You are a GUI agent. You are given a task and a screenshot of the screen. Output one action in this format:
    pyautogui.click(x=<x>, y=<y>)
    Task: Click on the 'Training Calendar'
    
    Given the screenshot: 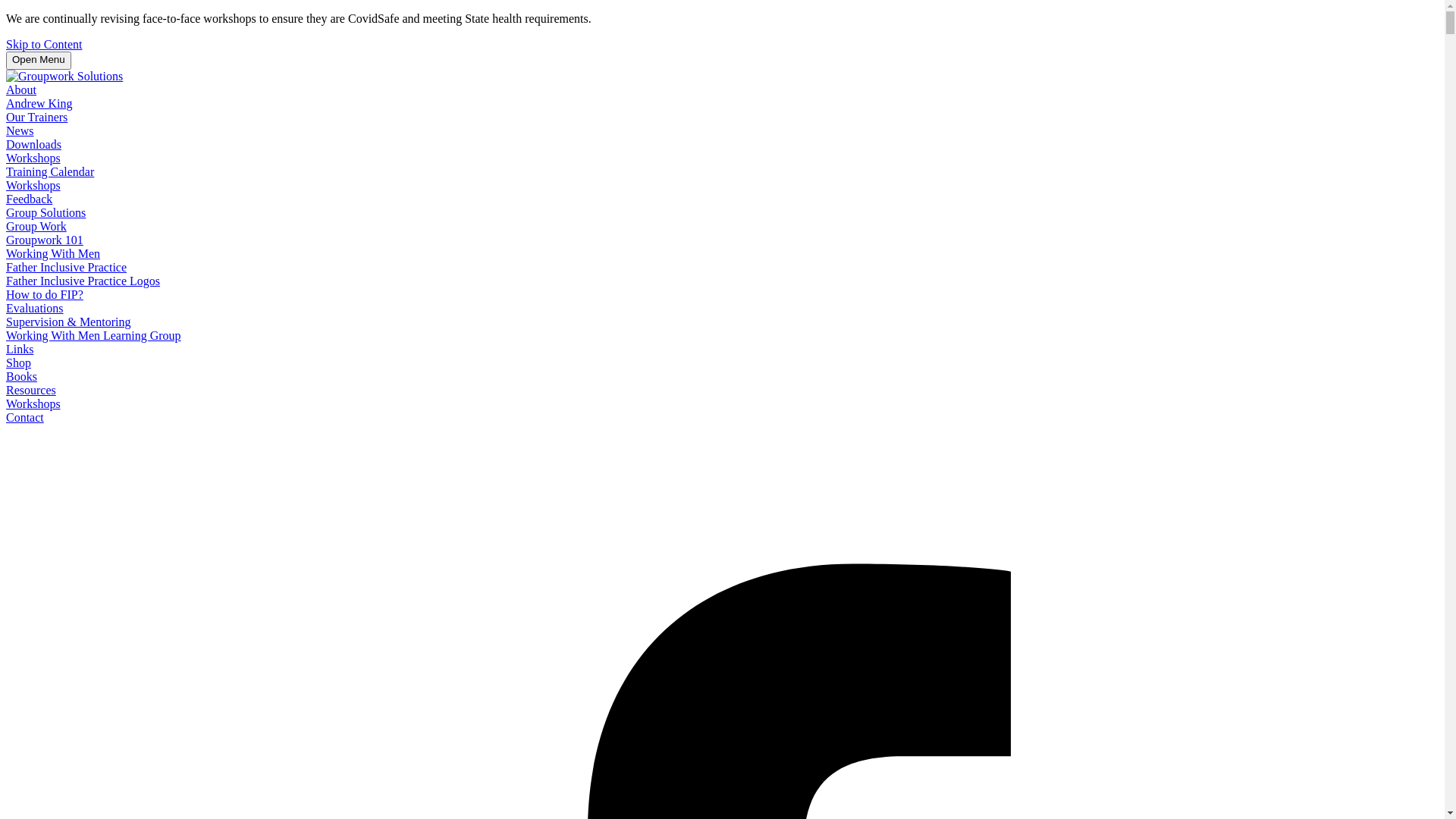 What is the action you would take?
    pyautogui.click(x=6, y=171)
    